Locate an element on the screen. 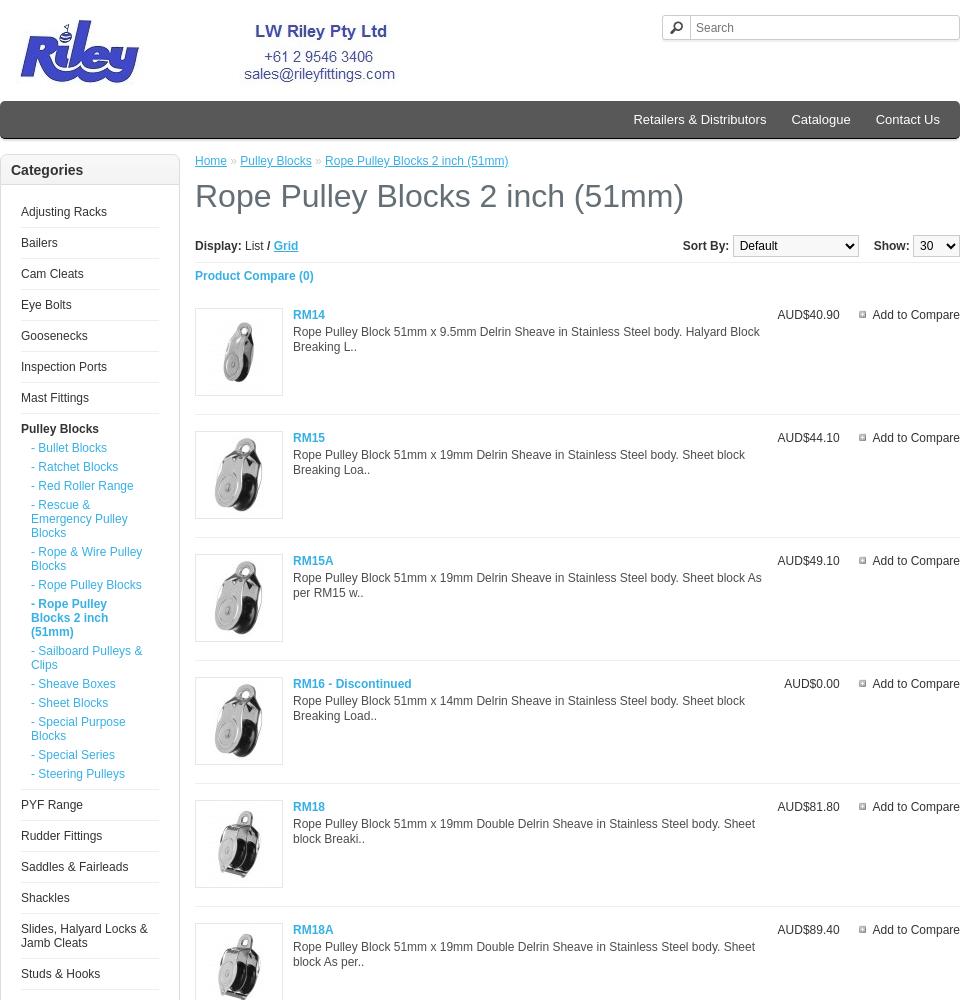 The height and width of the screenshot is (1000, 960). 'Retailers & Distributors' is located at coordinates (699, 118).